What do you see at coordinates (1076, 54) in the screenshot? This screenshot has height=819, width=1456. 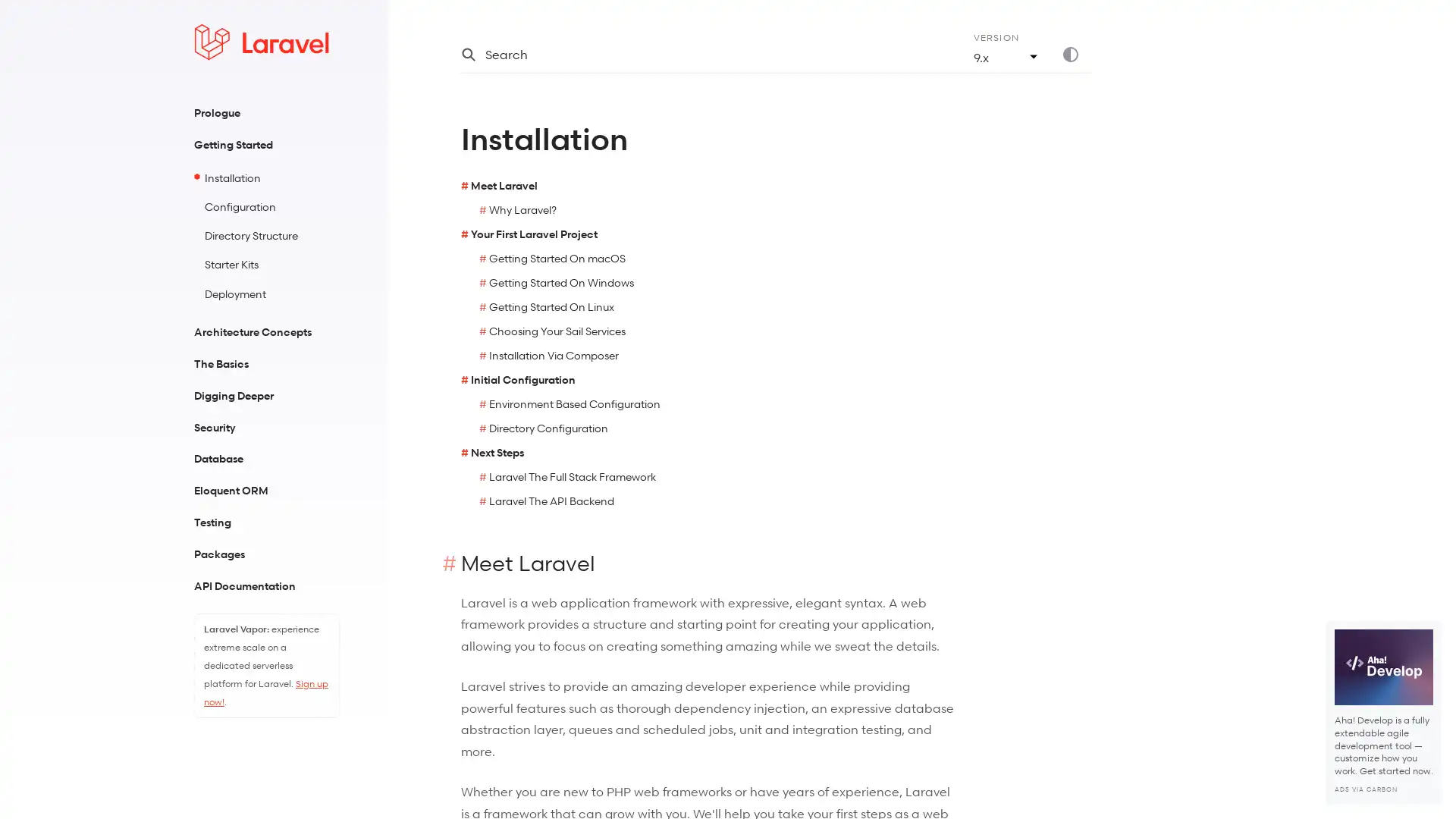 I see `Switch to dark mode` at bounding box center [1076, 54].